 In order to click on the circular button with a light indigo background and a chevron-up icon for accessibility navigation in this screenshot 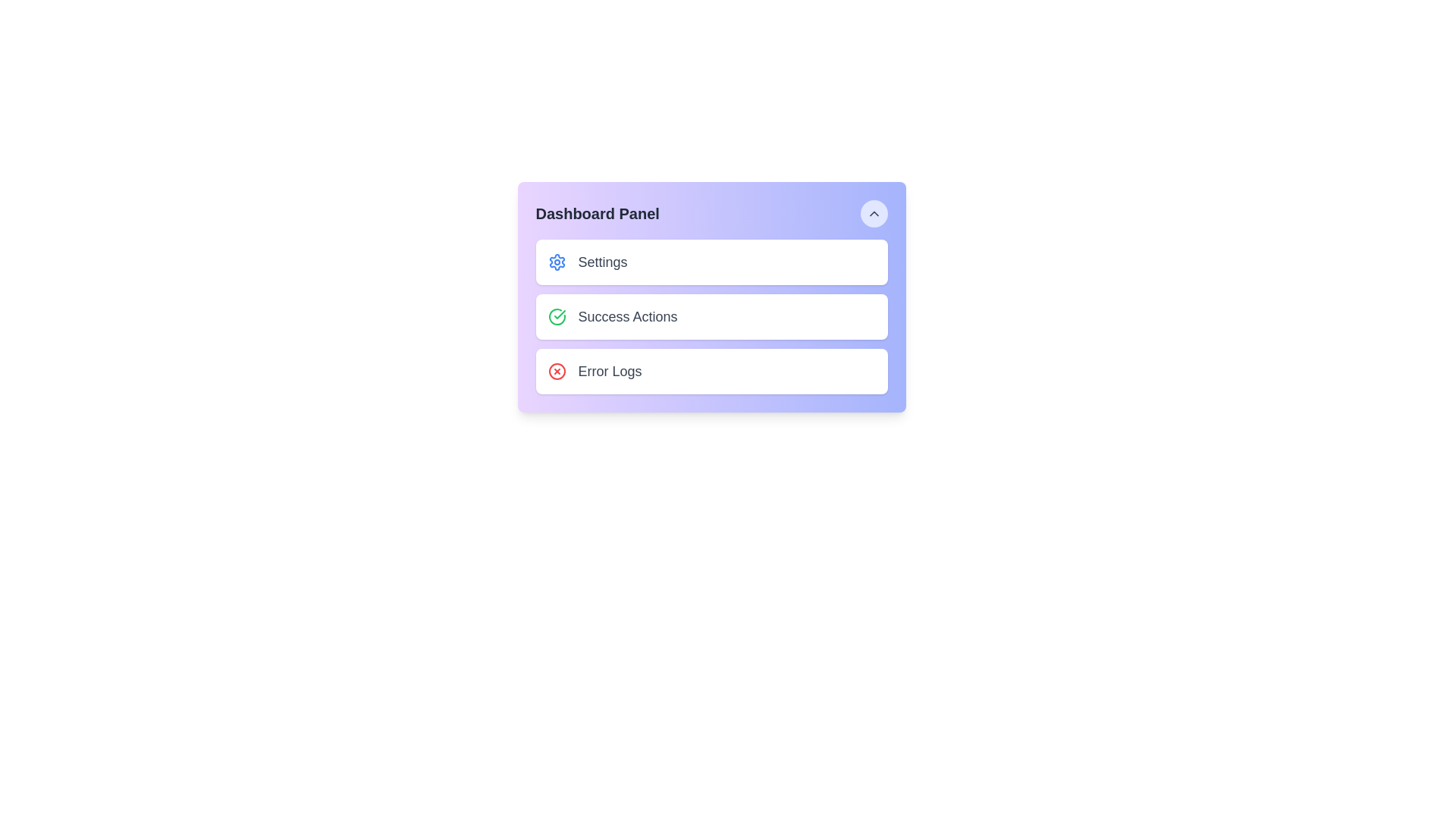, I will do `click(874, 213)`.